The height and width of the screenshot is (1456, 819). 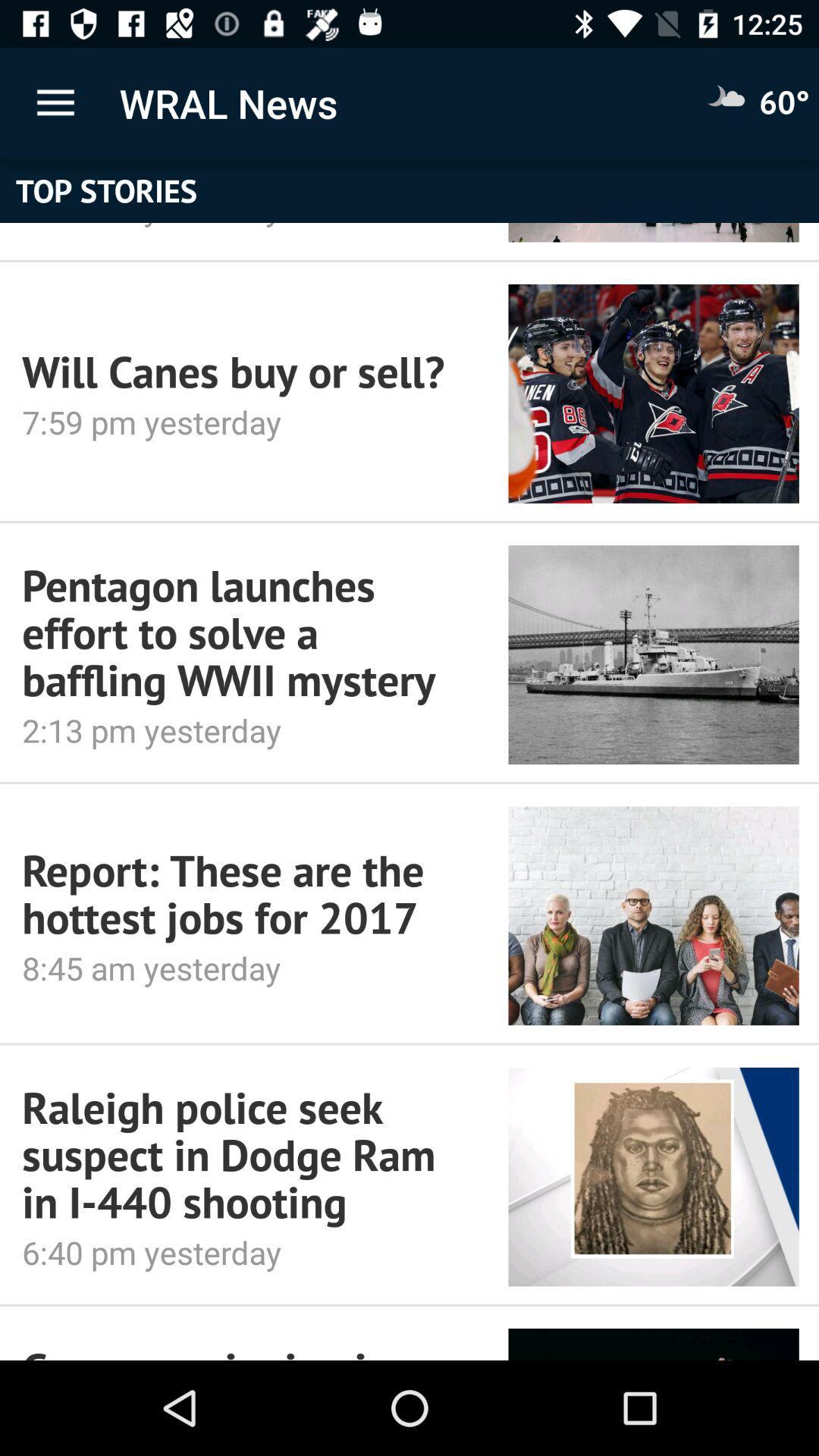 I want to click on item below the will canes buy icon, so click(x=233, y=422).